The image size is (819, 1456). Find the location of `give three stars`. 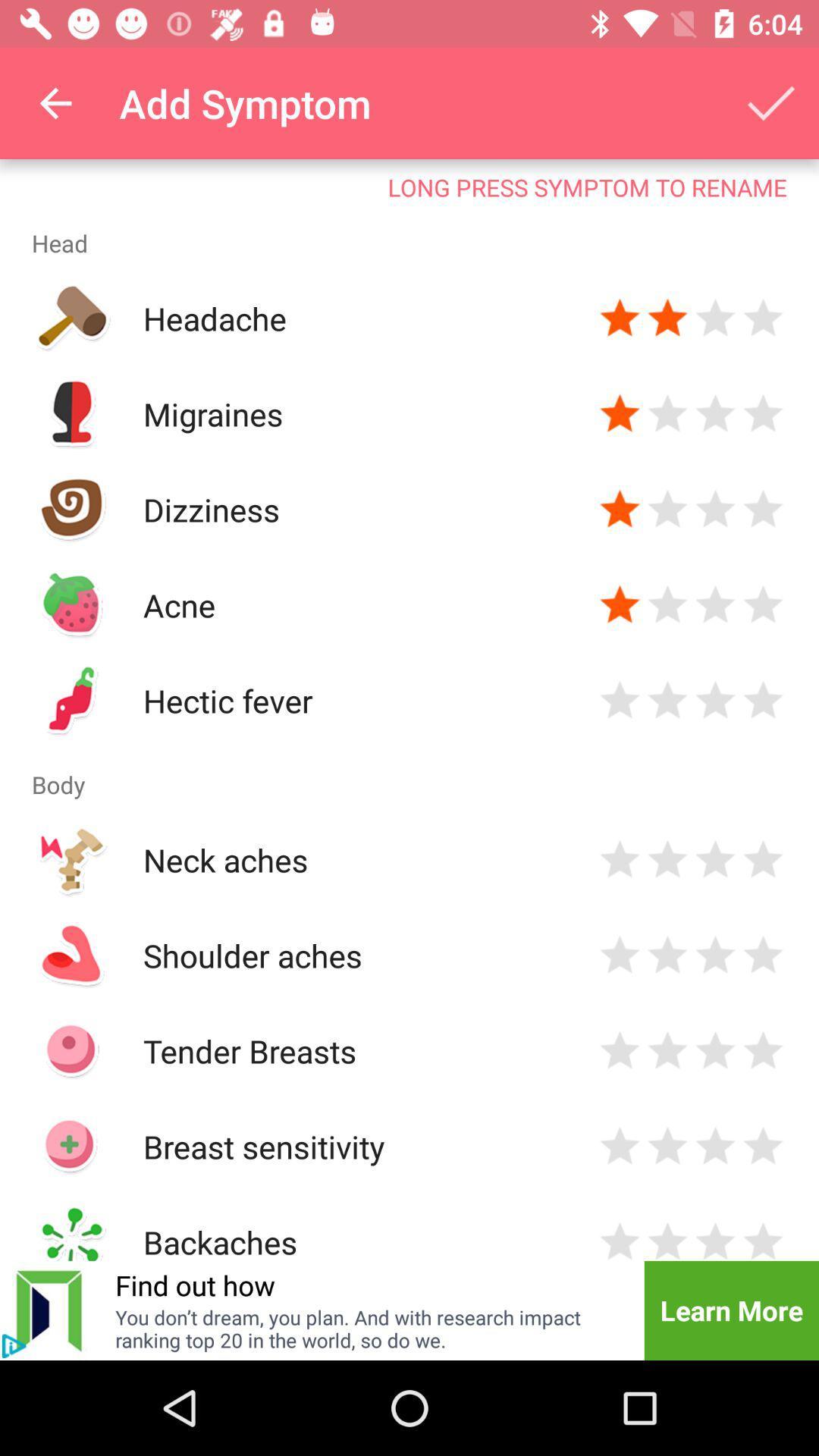

give three stars is located at coordinates (715, 318).